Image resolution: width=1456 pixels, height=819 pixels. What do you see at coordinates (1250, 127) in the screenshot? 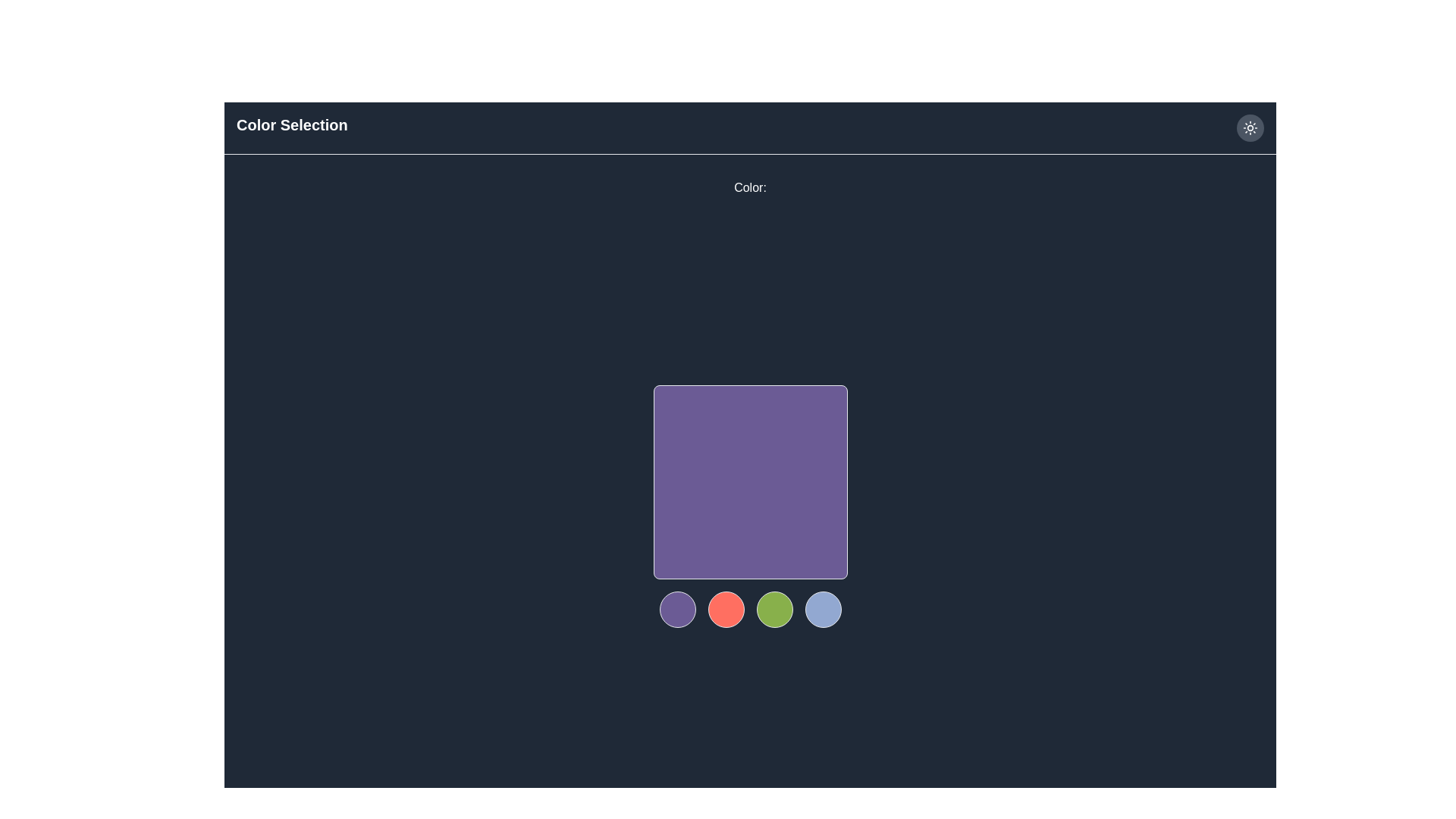
I see `the circular button with a gray background and a sun-like icon located at the far right of the top bar, near 'Color Selection'` at bounding box center [1250, 127].